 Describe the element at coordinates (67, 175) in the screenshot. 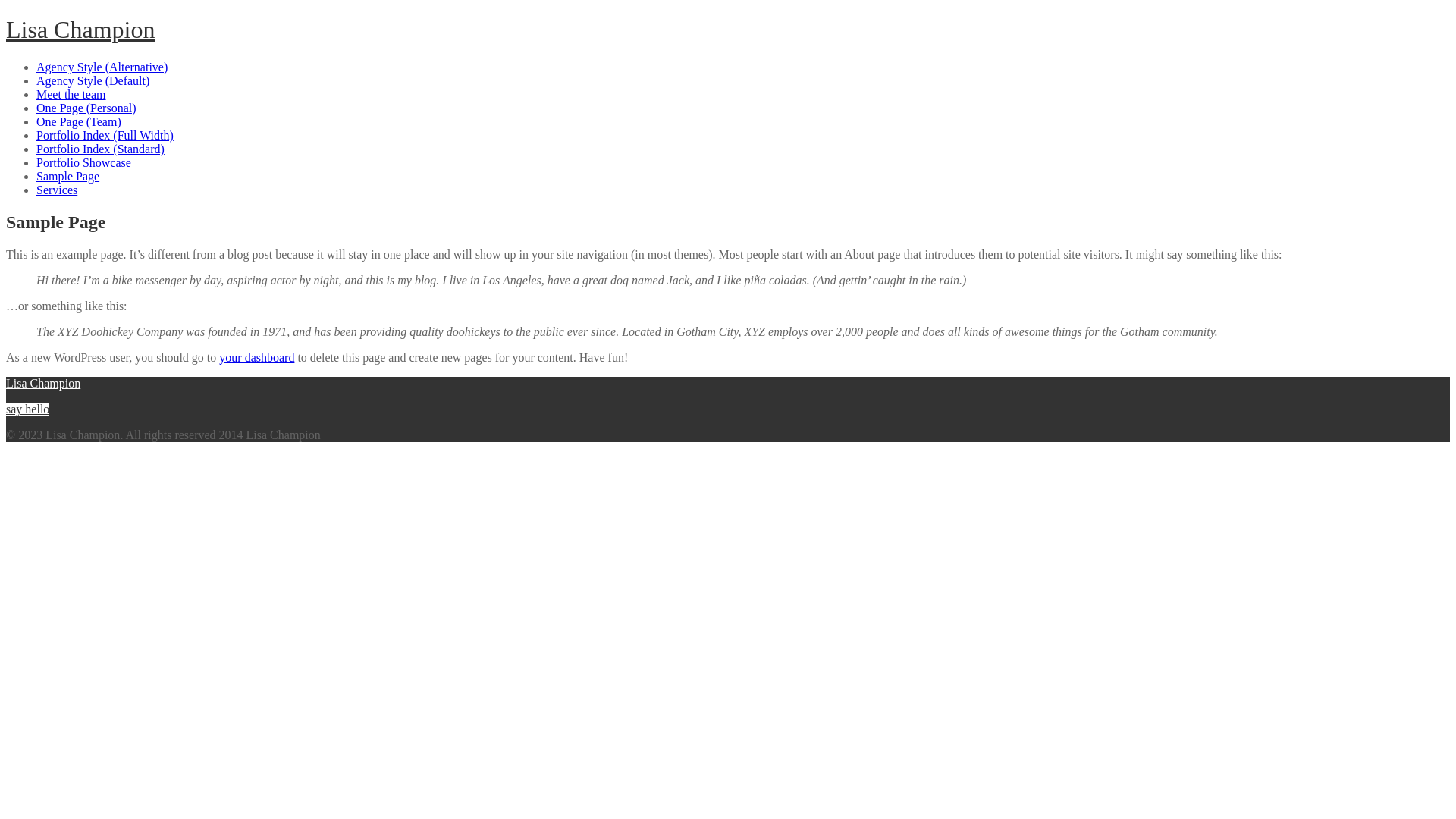

I see `'Sample Page'` at that location.